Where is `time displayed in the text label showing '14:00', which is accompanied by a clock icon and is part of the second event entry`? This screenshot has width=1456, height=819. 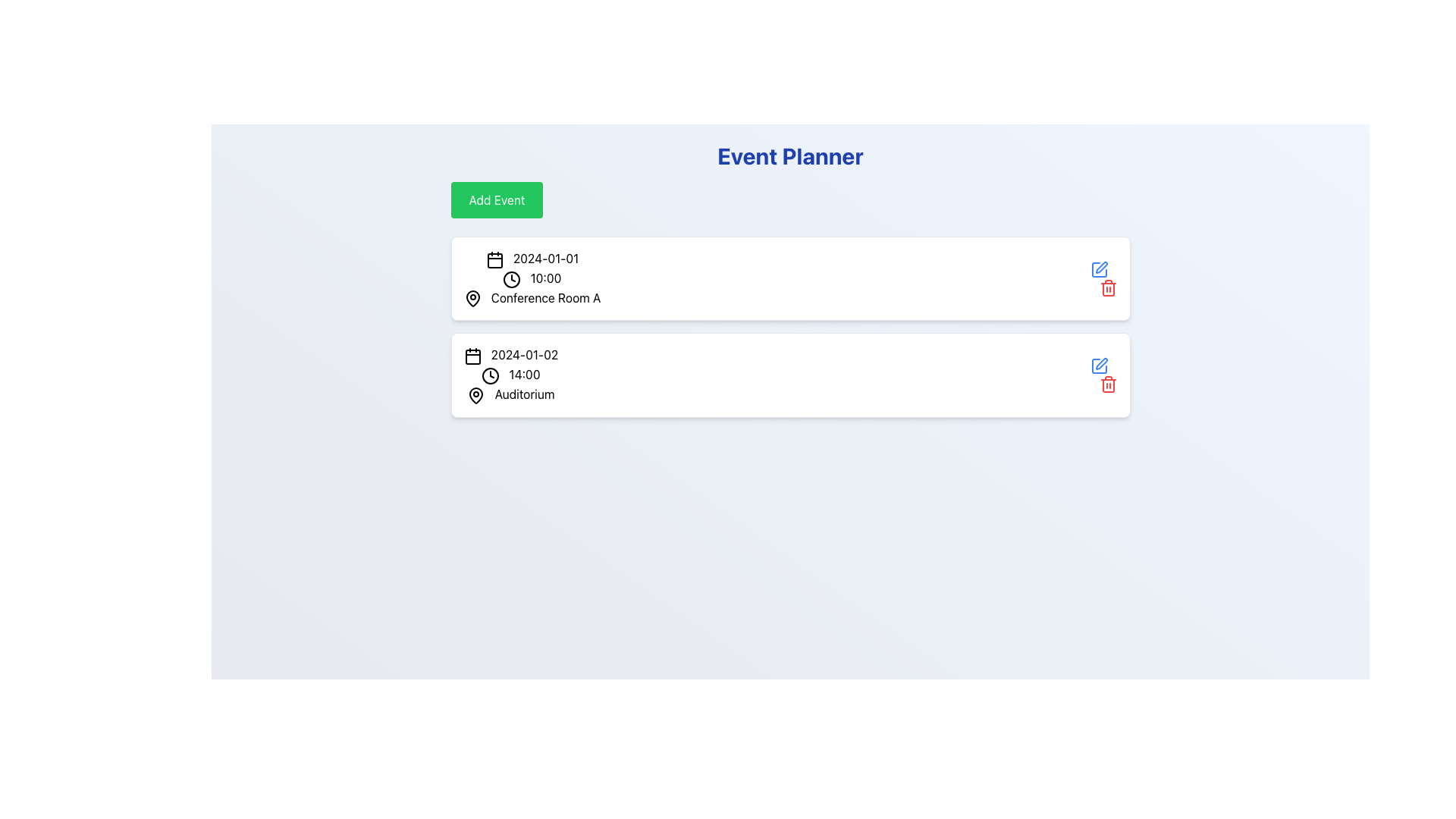 time displayed in the text label showing '14:00', which is accompanied by a clock icon and is part of the second event entry is located at coordinates (510, 375).